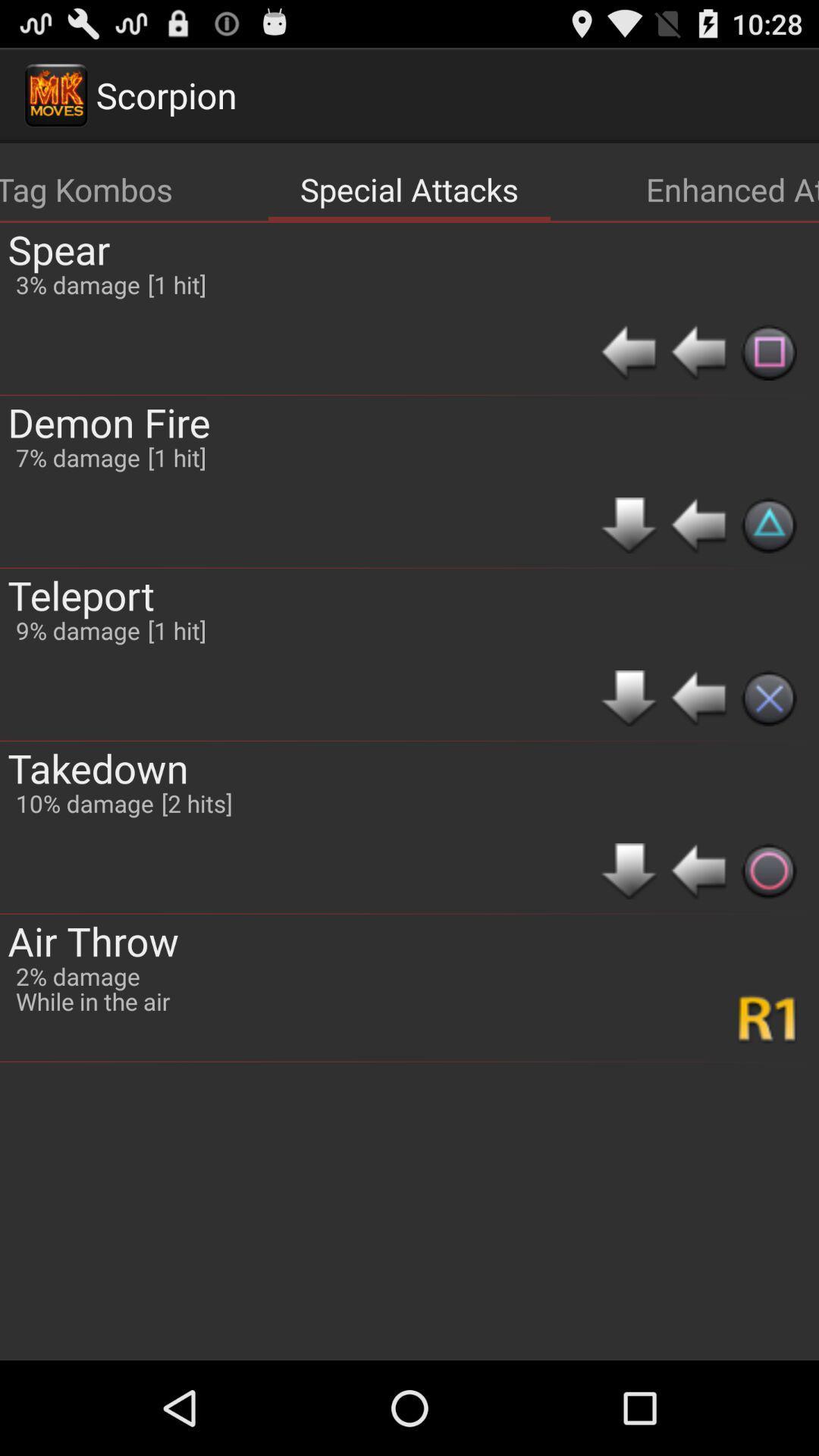 The image size is (819, 1456). I want to click on app above the takedown app, so click(81, 594).